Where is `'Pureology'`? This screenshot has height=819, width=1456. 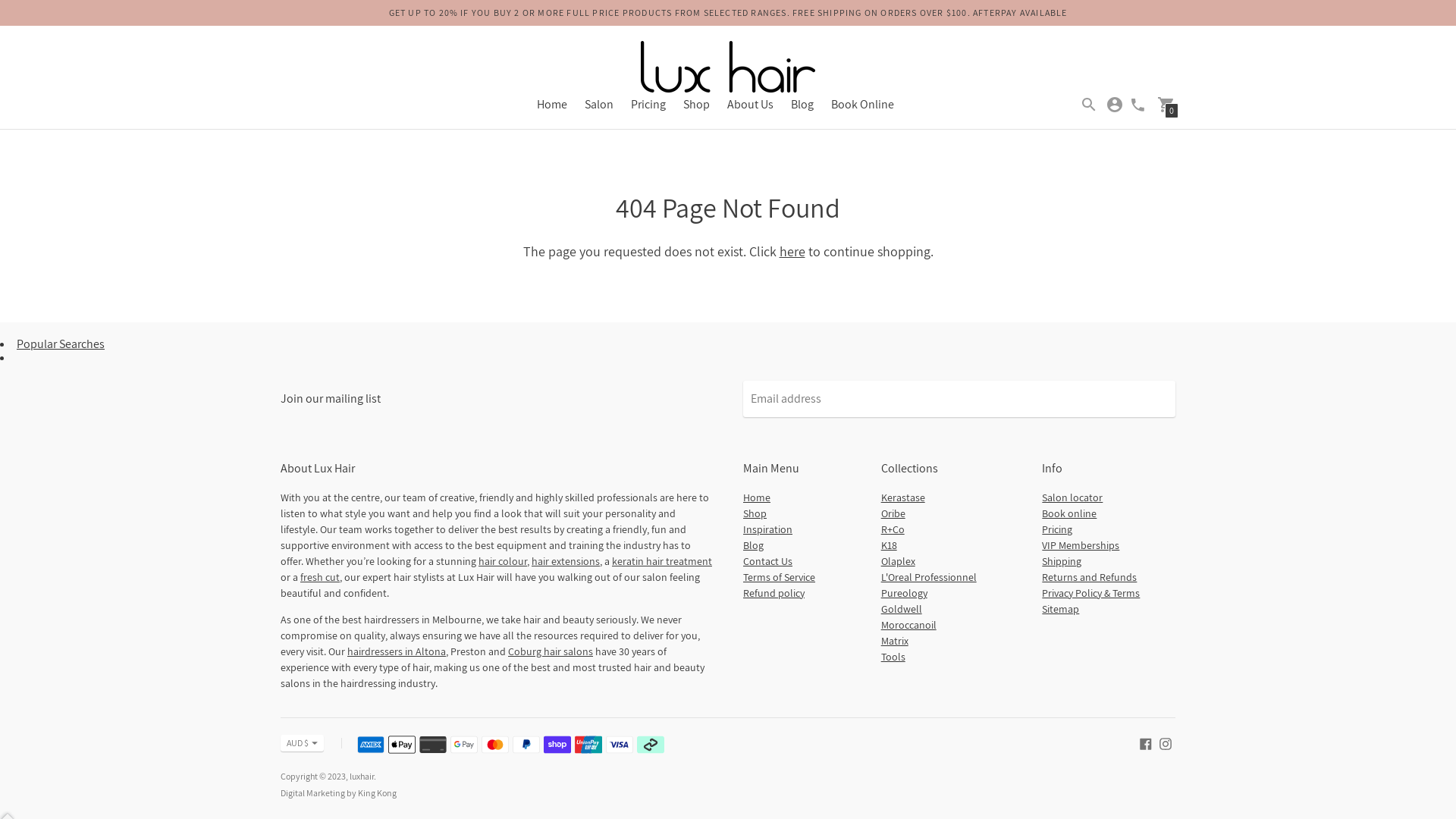 'Pureology' is located at coordinates (904, 592).